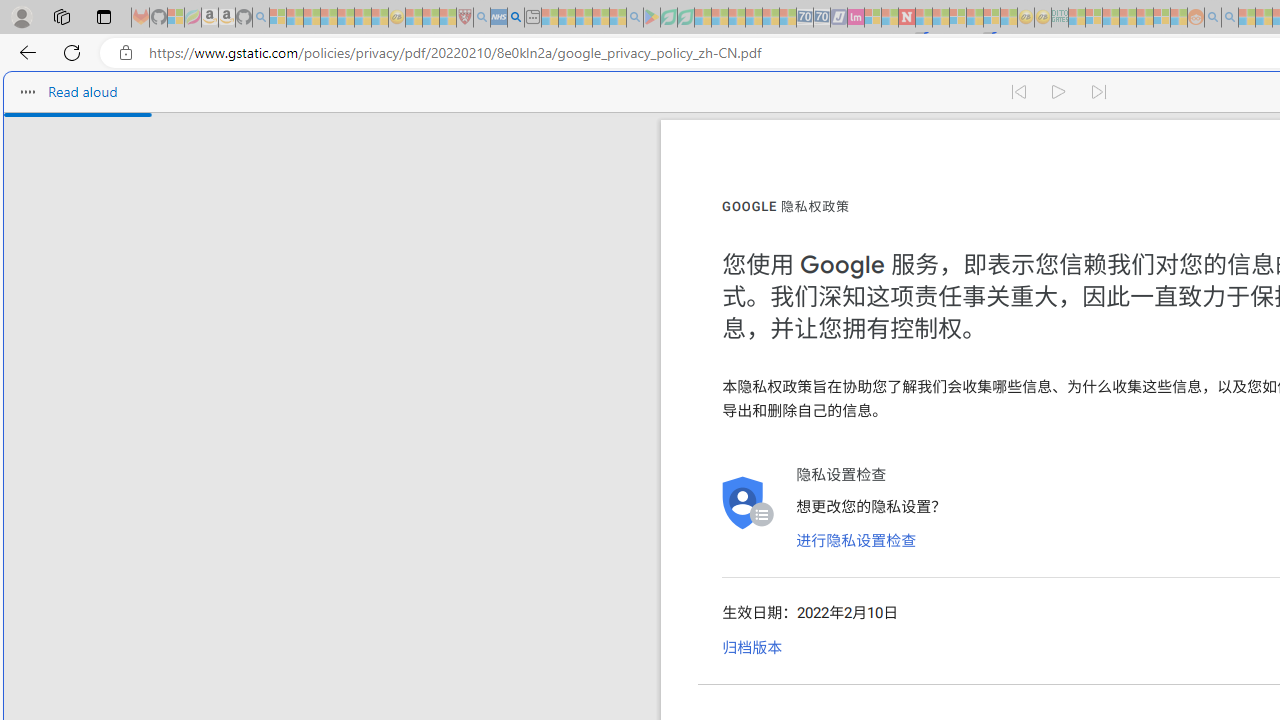 The width and height of the screenshot is (1280, 720). Describe the element at coordinates (1144, 17) in the screenshot. I see `'Kinda Frugal - MSN - Sleeping'` at that location.